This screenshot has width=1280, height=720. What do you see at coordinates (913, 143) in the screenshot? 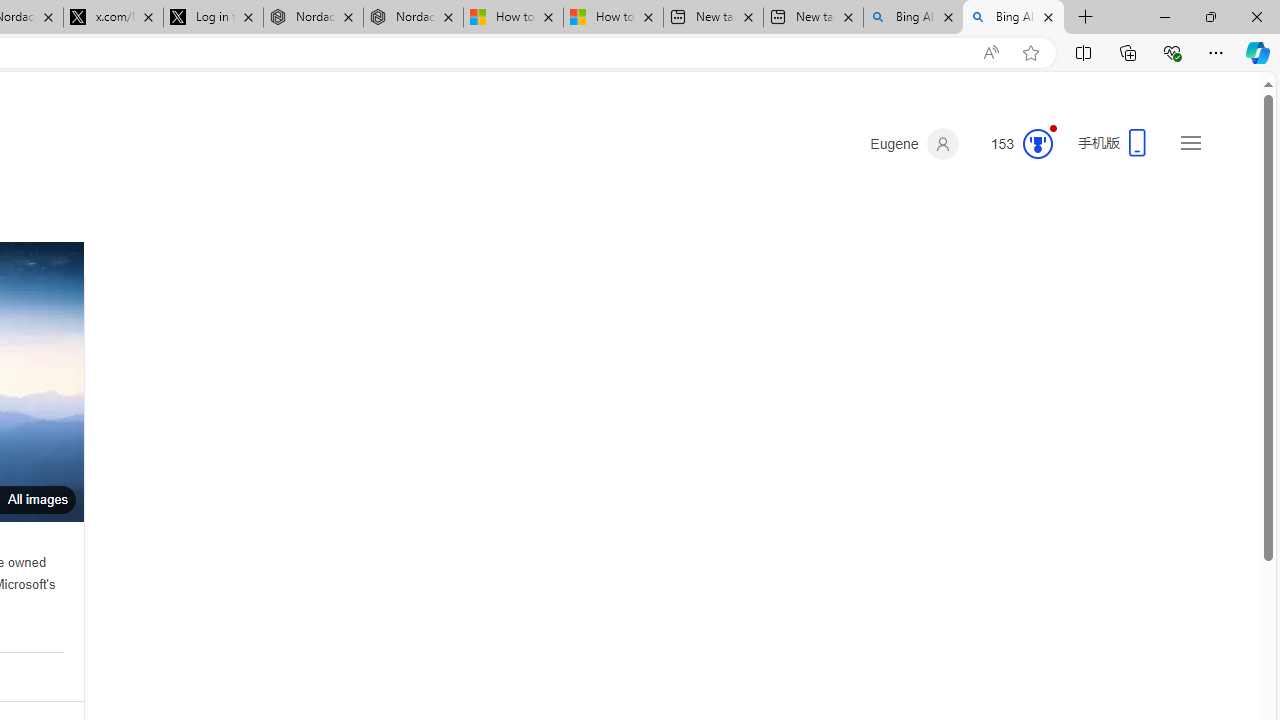
I see `'Eugene'` at bounding box center [913, 143].